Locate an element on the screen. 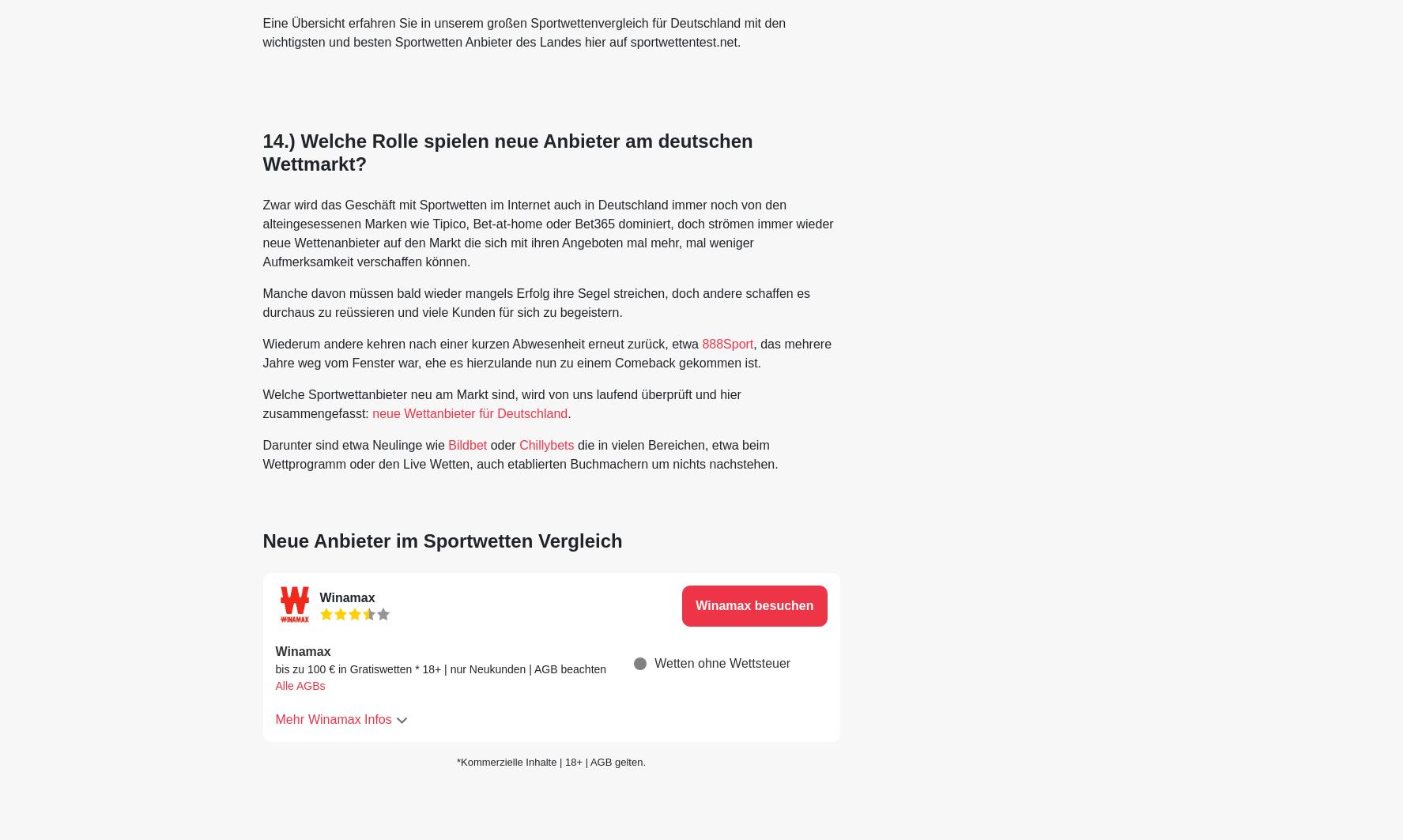  'Neue Anbieter im Sportwetten Vergleich' is located at coordinates (261, 539).